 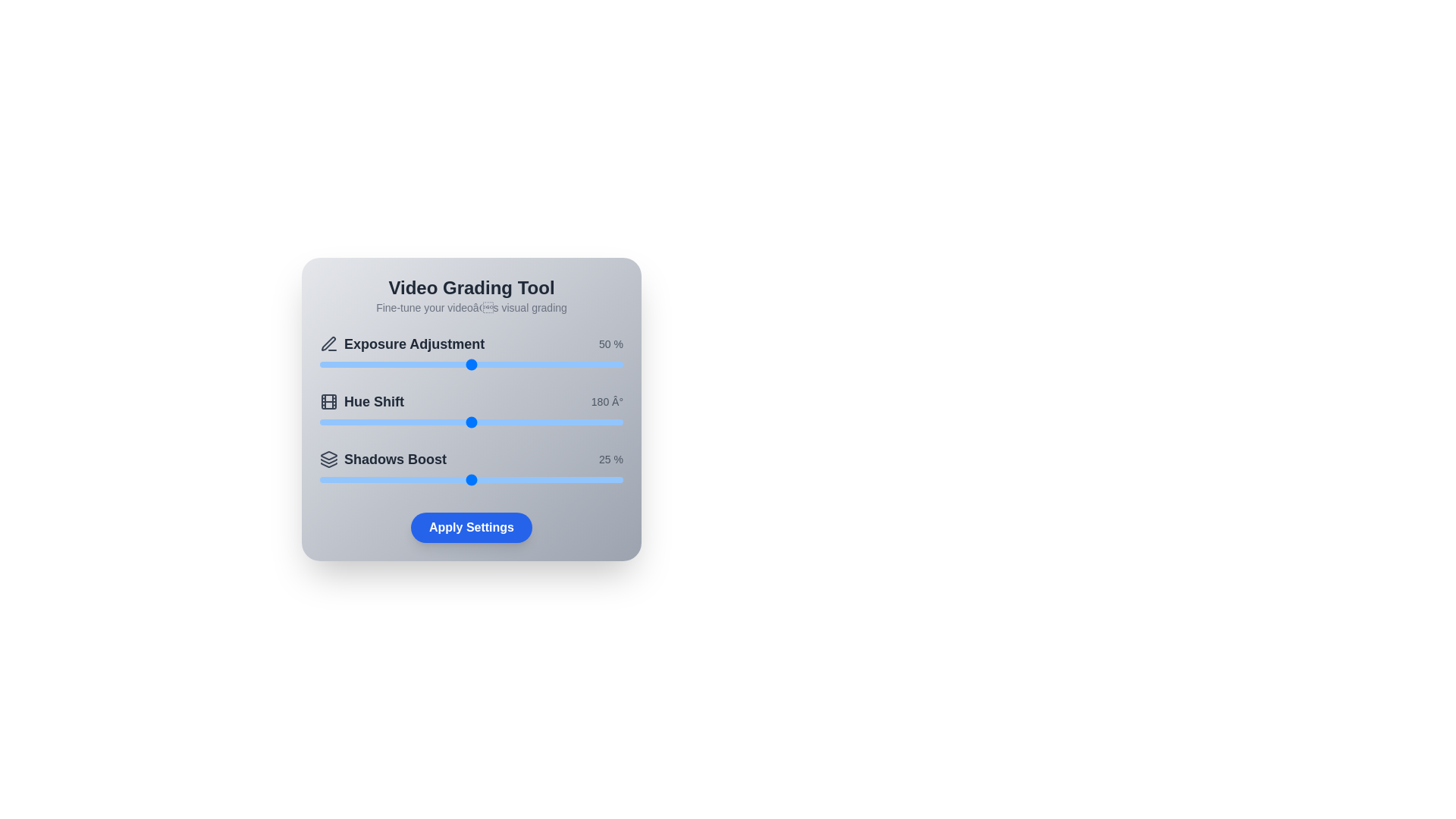 What do you see at coordinates (367, 422) in the screenshot?
I see `the hue shift` at bounding box center [367, 422].